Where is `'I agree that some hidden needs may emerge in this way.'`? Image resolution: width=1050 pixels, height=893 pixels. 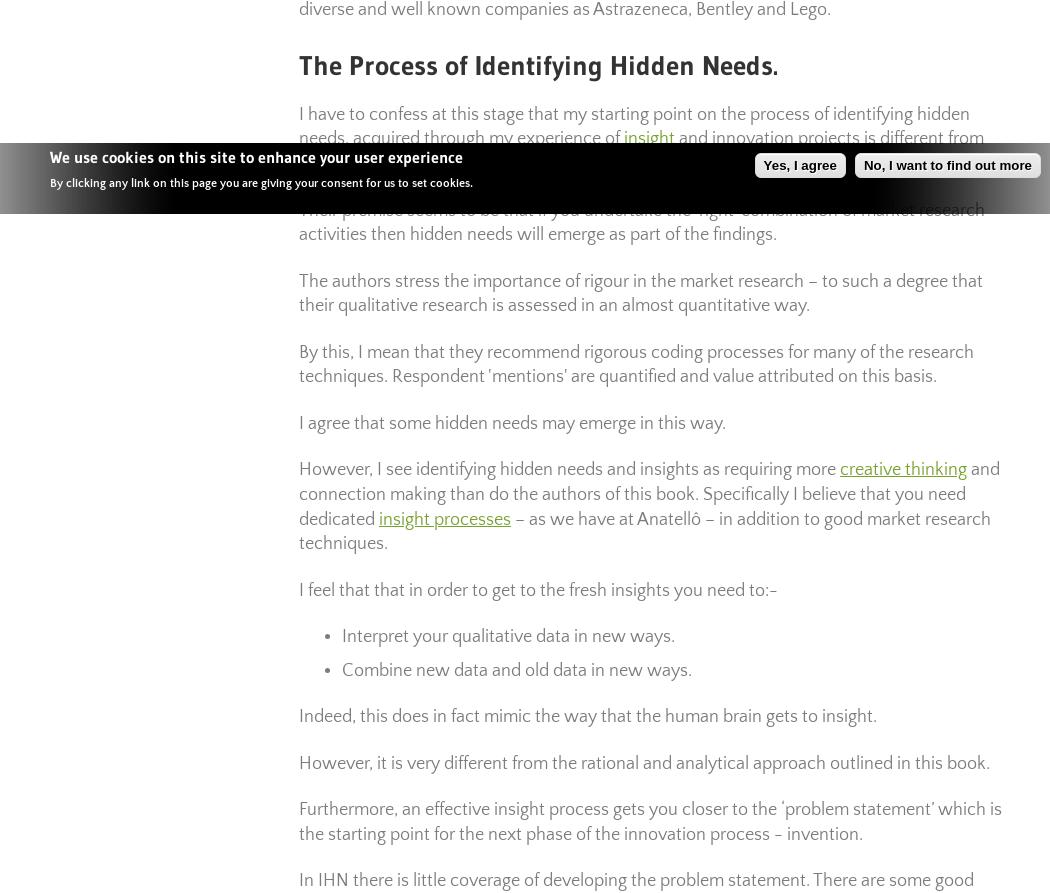 'I agree that some hidden needs may emerge in this way.' is located at coordinates (298, 423).